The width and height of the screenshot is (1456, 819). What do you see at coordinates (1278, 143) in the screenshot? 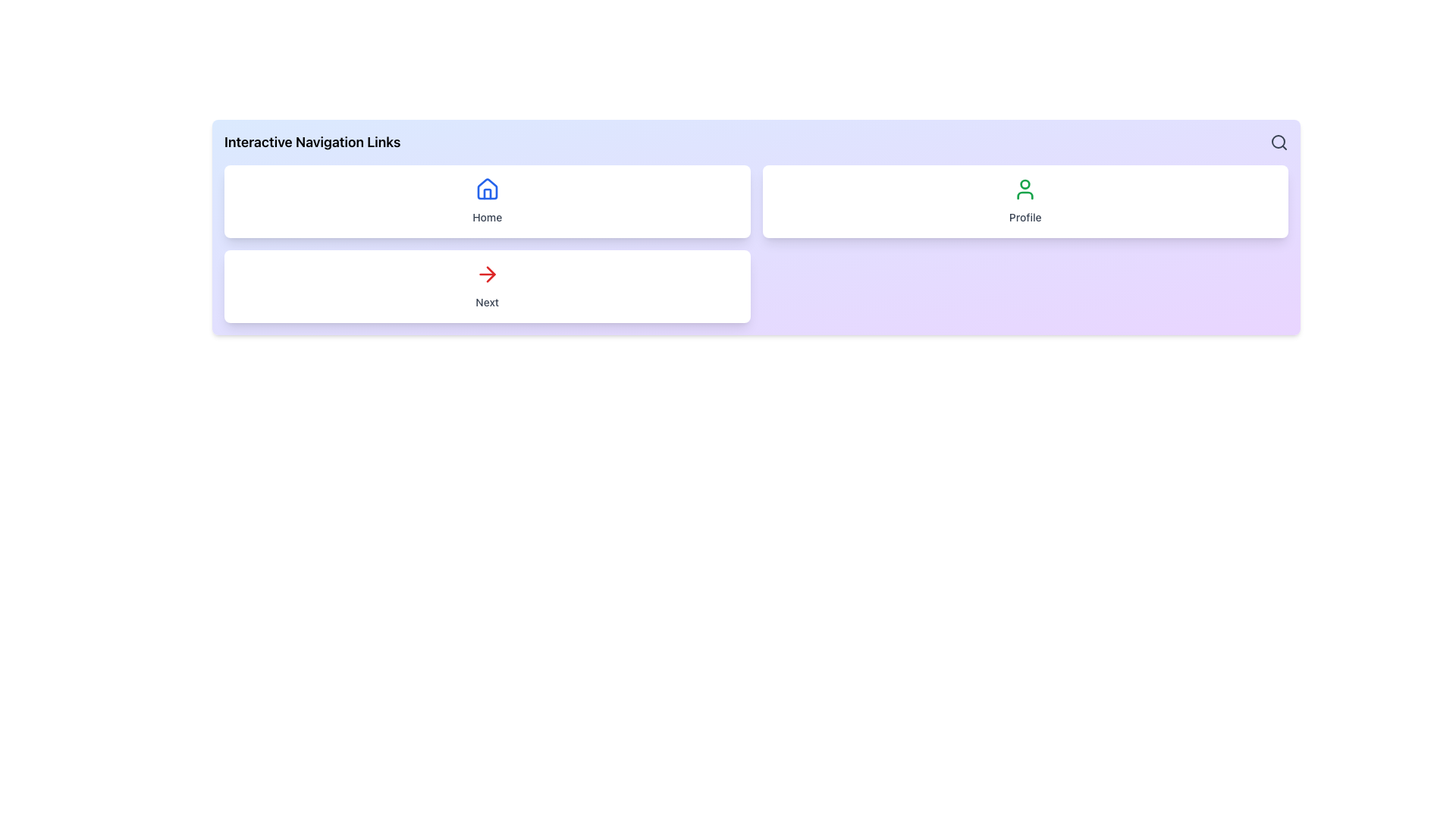
I see `the magnifying glass icon button located on the far-right edge of the 'Interactive Navigation Links' row to initiate a search` at bounding box center [1278, 143].